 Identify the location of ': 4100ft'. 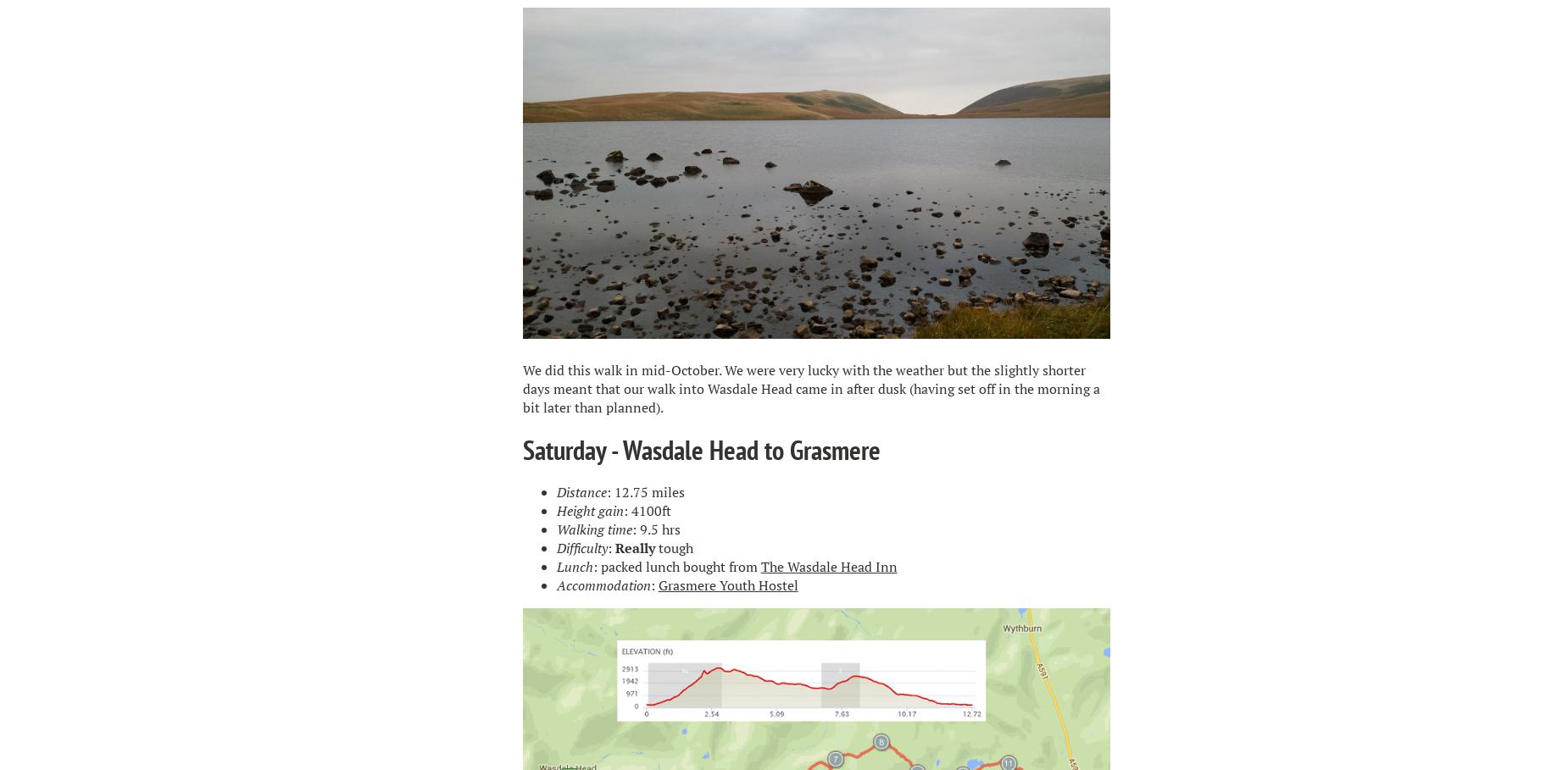
(646, 510).